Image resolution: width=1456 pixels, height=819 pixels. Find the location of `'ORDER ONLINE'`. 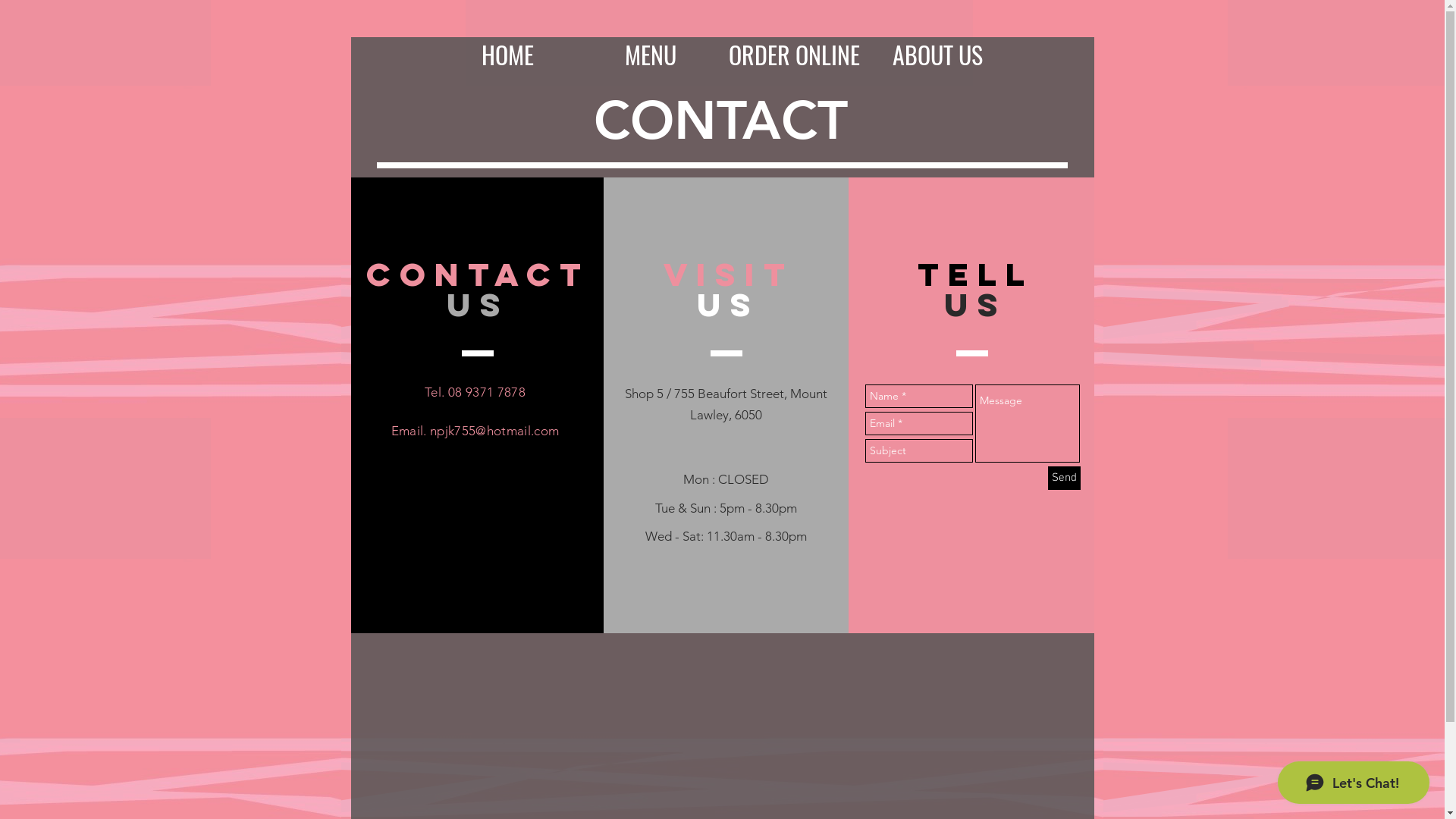

'ORDER ONLINE' is located at coordinates (792, 46).